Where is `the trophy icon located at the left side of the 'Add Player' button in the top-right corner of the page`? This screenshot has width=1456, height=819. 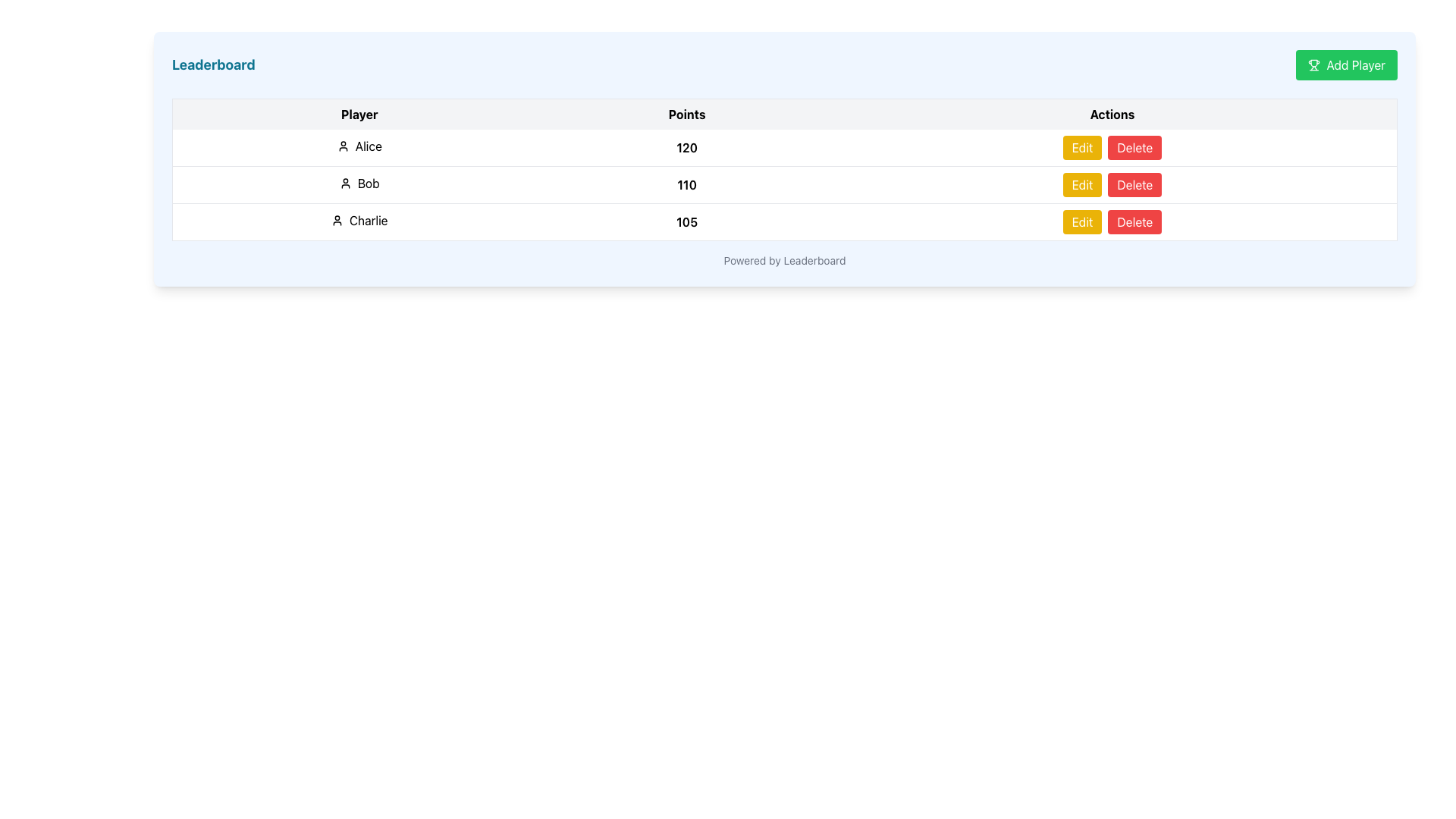
the trophy icon located at the left side of the 'Add Player' button in the top-right corner of the page is located at coordinates (1313, 64).